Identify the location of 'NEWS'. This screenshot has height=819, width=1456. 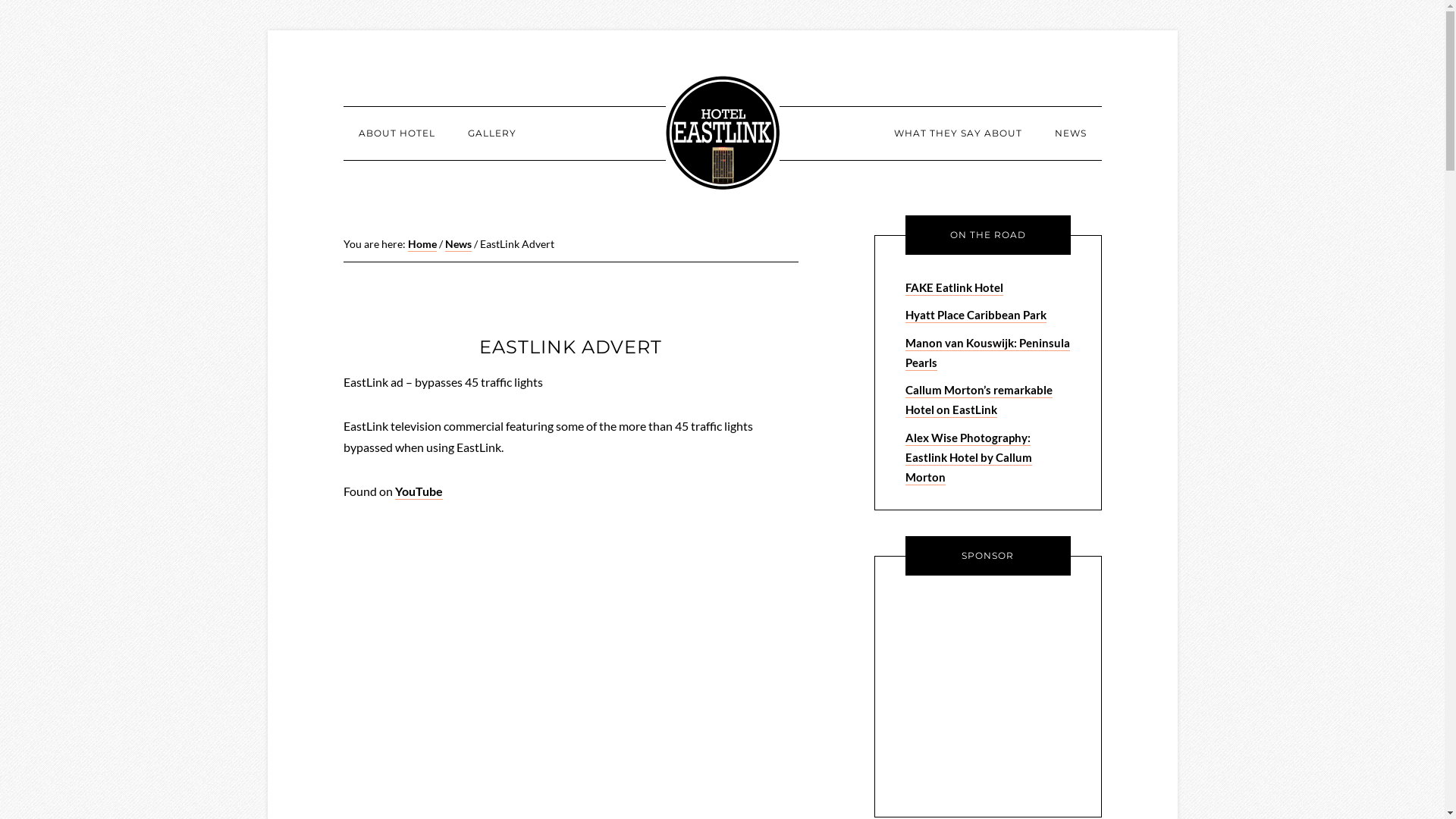
(1069, 133).